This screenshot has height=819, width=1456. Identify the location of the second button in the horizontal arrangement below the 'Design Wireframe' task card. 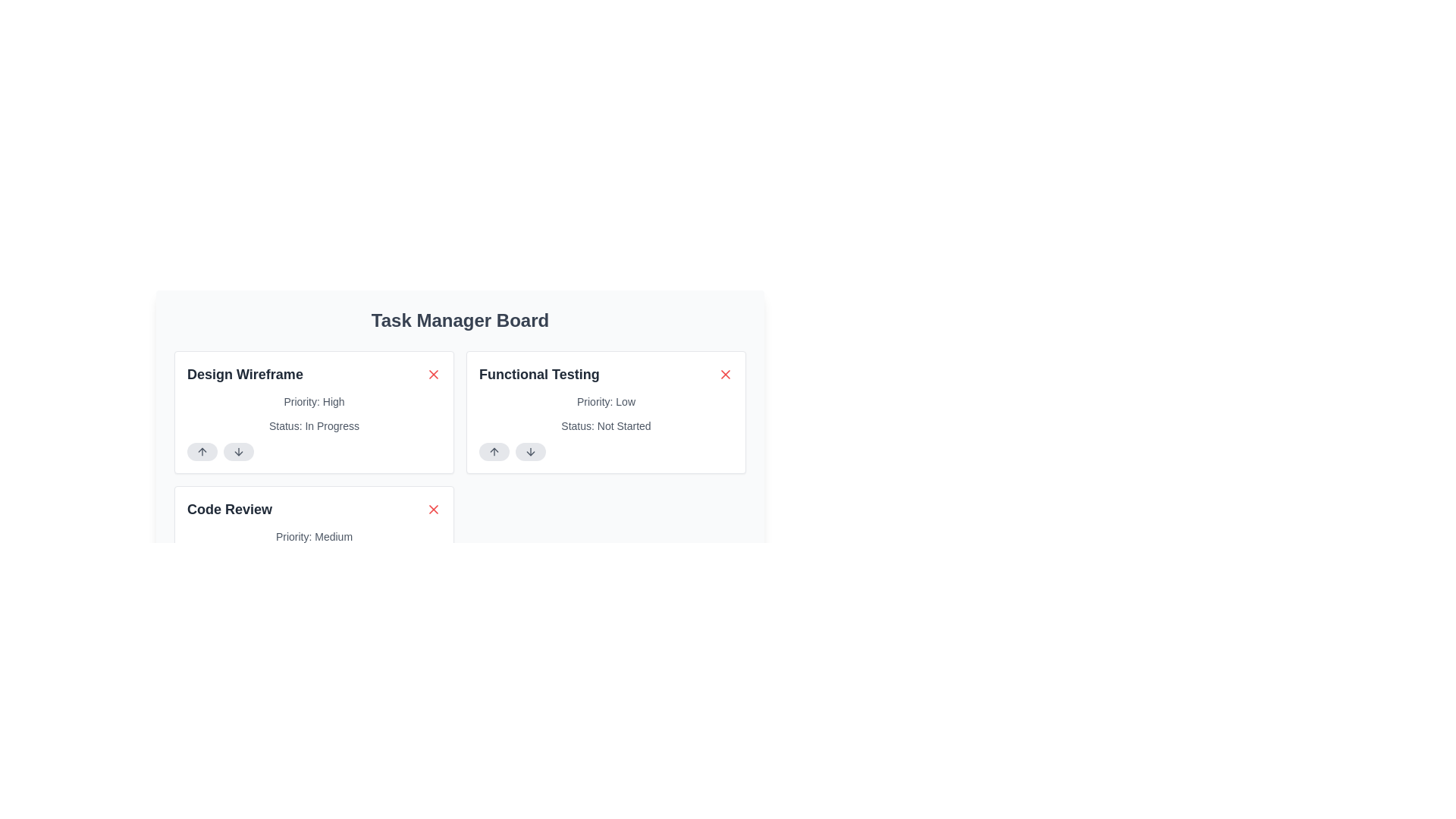
(238, 451).